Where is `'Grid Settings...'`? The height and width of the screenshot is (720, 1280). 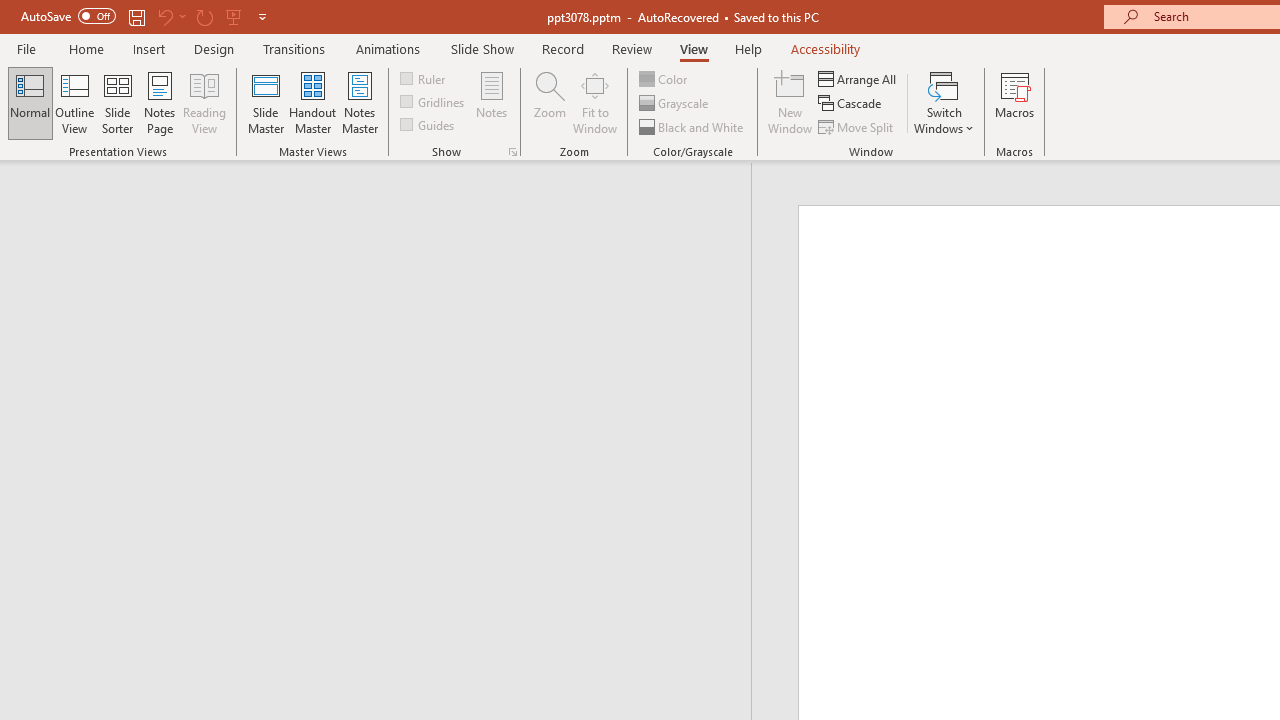 'Grid Settings...' is located at coordinates (513, 150).